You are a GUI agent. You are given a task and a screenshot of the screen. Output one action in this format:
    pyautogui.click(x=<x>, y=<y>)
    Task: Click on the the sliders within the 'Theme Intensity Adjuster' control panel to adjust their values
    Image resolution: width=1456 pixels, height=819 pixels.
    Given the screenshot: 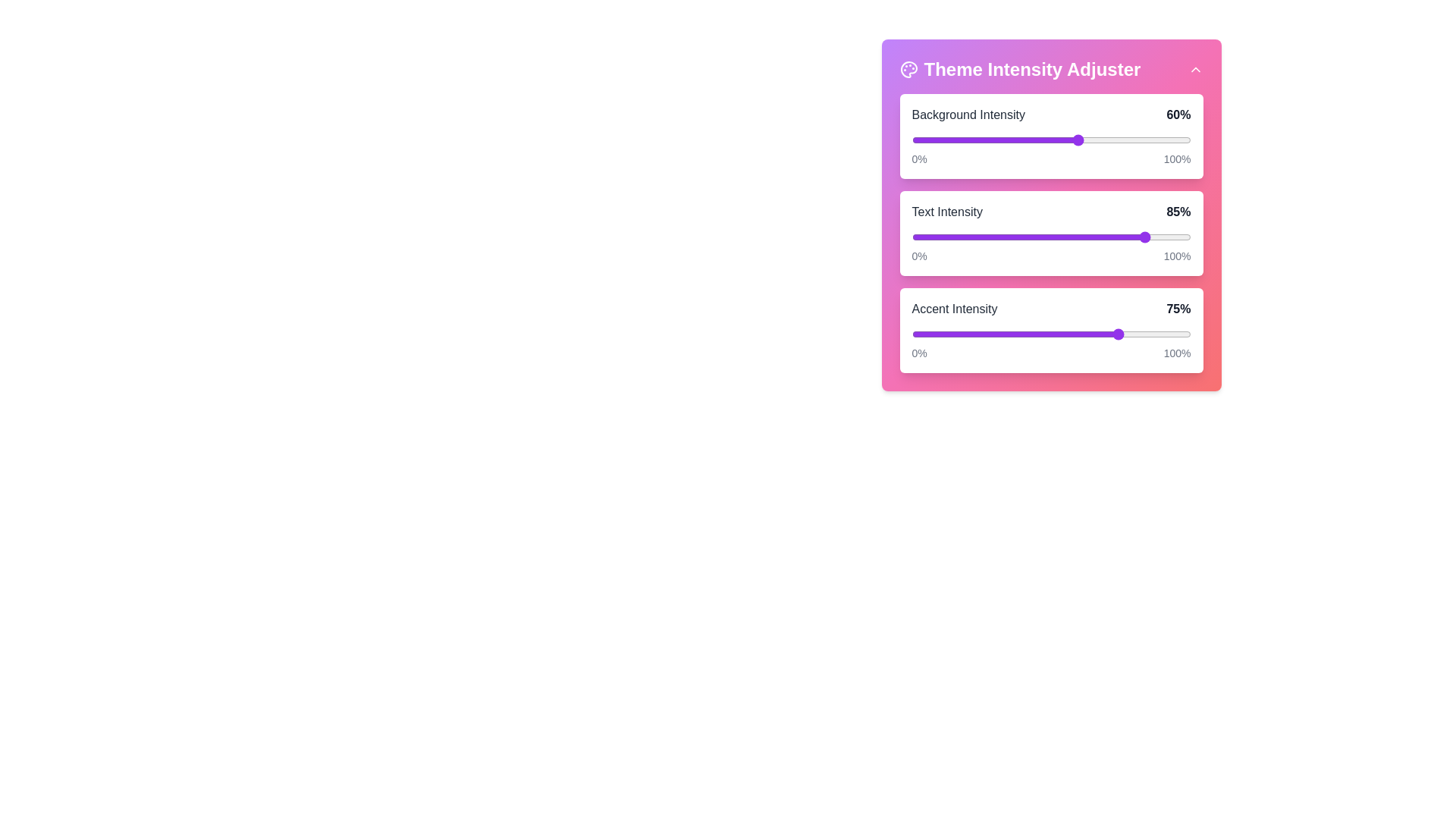 What is the action you would take?
    pyautogui.click(x=1050, y=215)
    